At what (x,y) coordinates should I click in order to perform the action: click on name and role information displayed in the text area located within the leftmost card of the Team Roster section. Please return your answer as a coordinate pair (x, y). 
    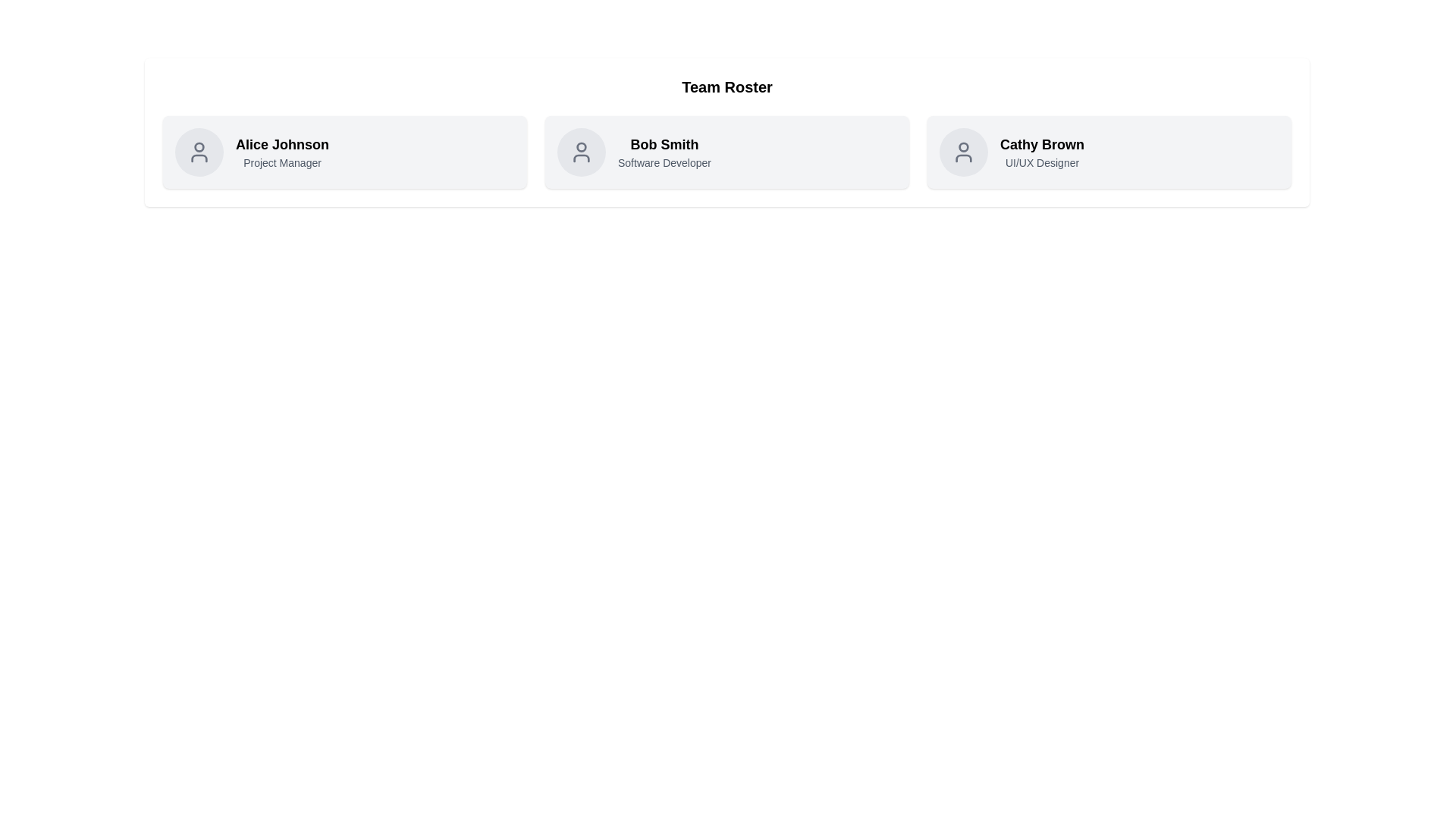
    Looking at the image, I should click on (282, 152).